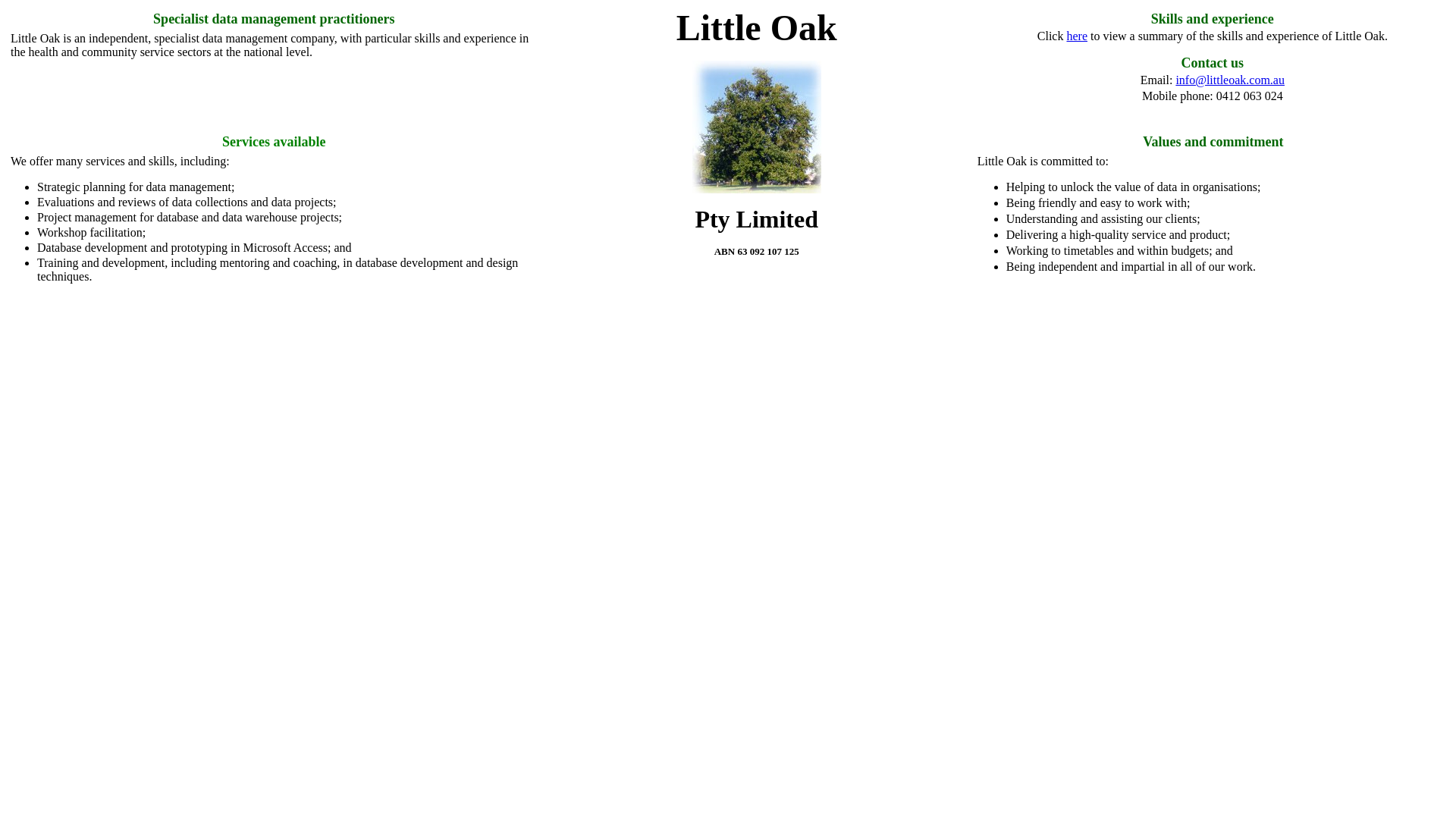 The width and height of the screenshot is (1456, 819). Describe the element at coordinates (1076, 35) in the screenshot. I see `'here'` at that location.